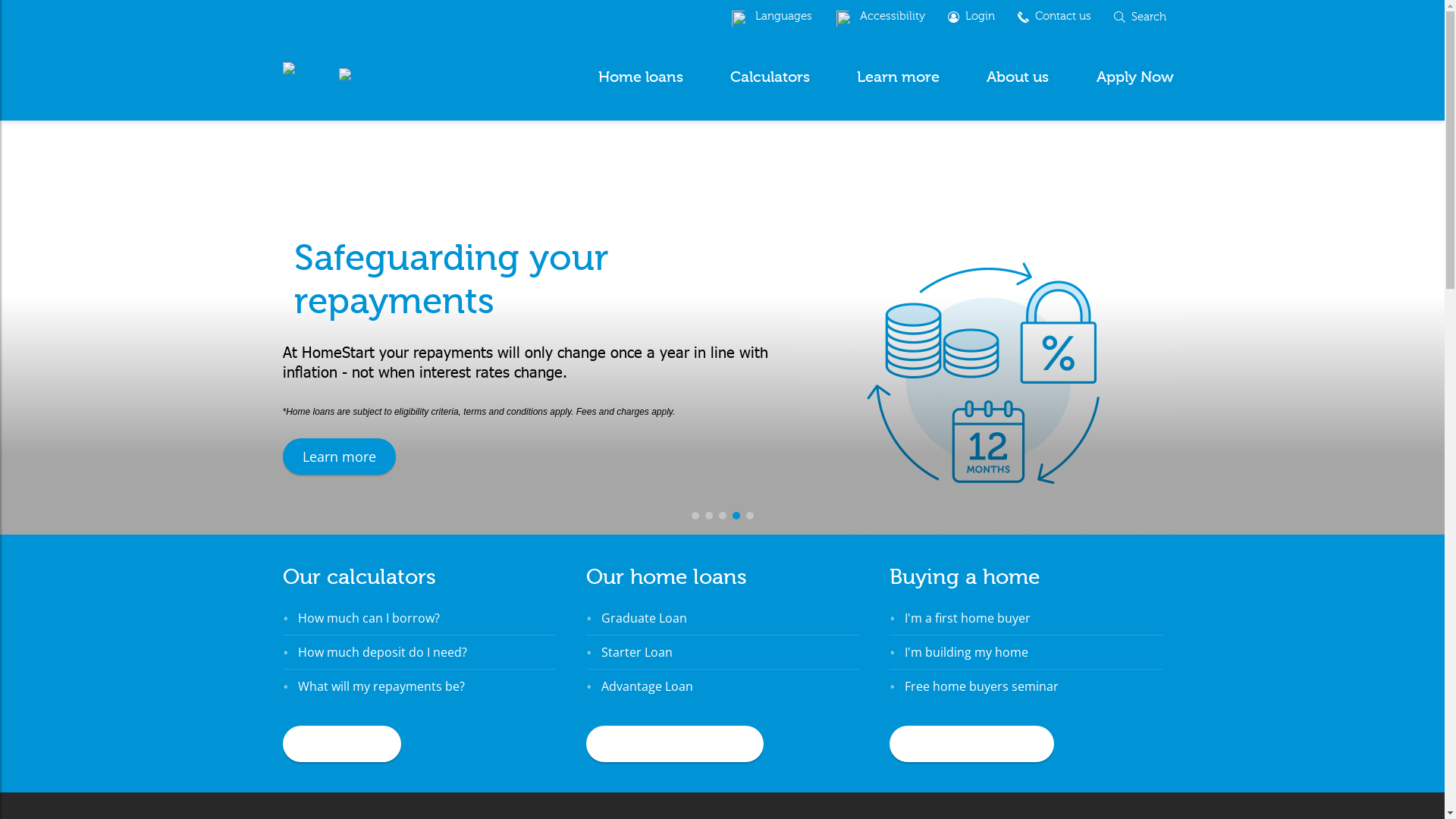  Describe the element at coordinates (749, 514) in the screenshot. I see `'5'` at that location.